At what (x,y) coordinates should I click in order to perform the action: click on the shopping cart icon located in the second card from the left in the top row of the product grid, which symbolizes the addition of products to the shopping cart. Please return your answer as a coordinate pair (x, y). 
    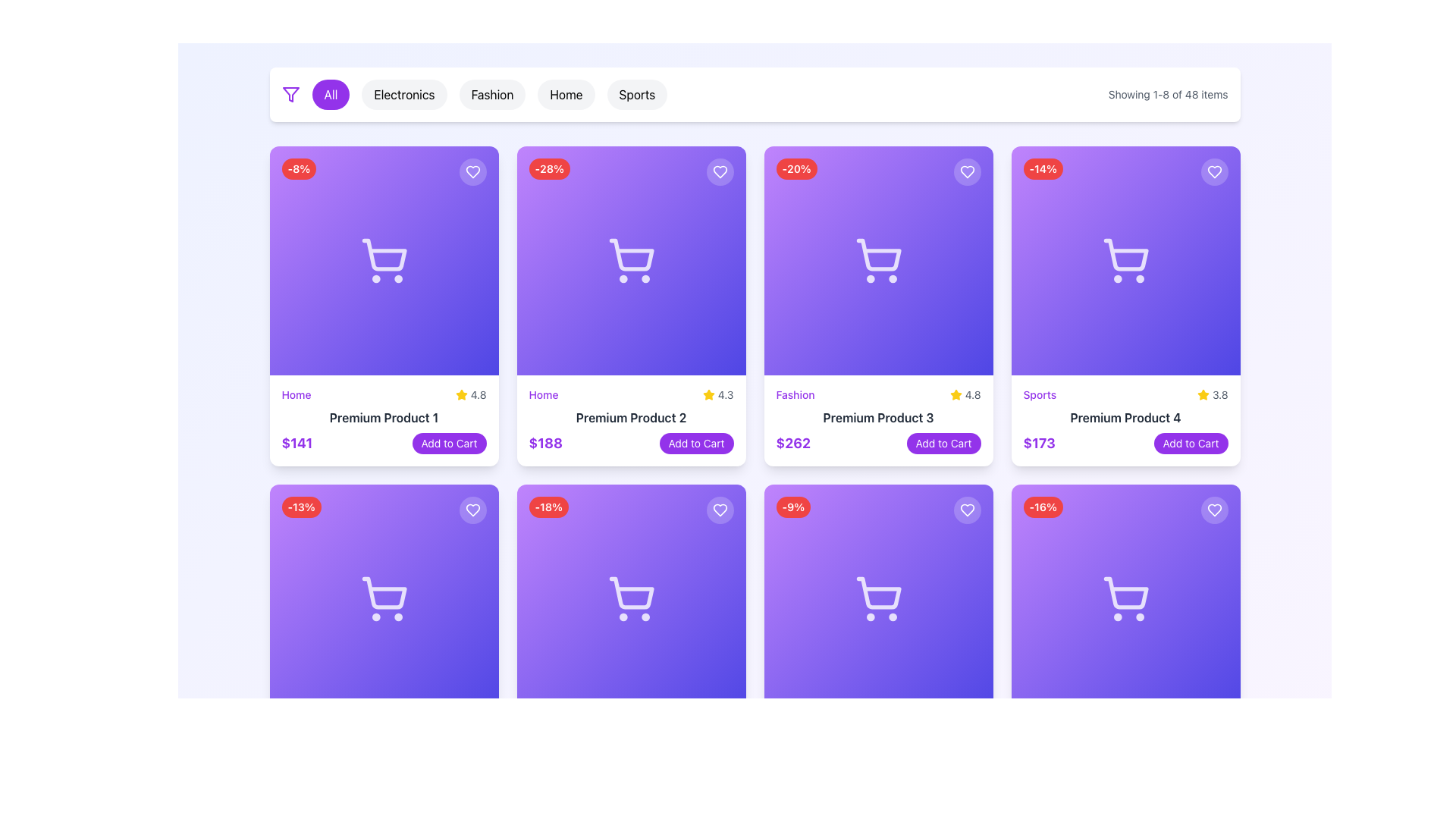
    Looking at the image, I should click on (631, 259).